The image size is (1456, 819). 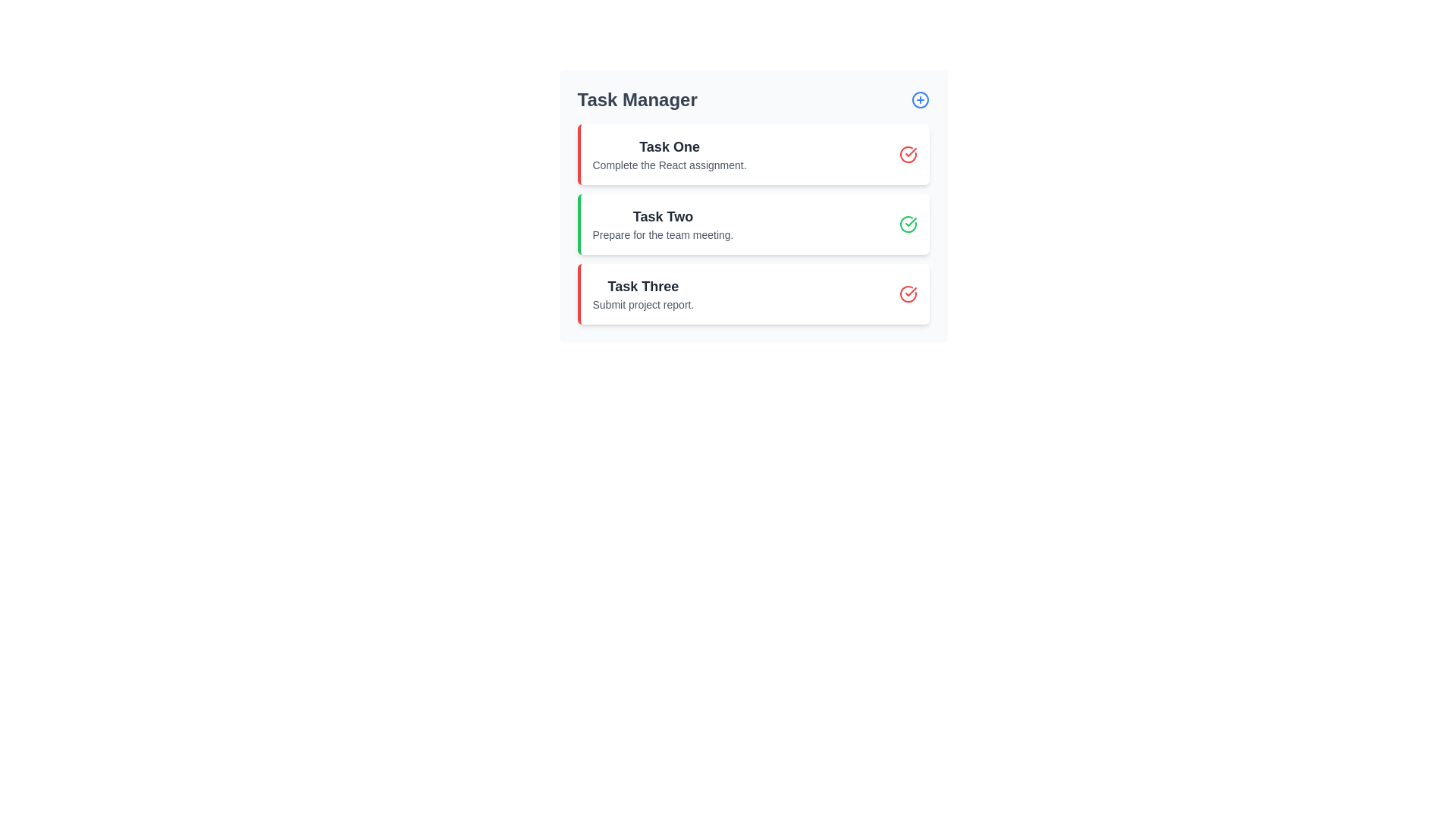 What do you see at coordinates (755, 155) in the screenshot?
I see `the task item 'Task One' in the Task Manager section` at bounding box center [755, 155].